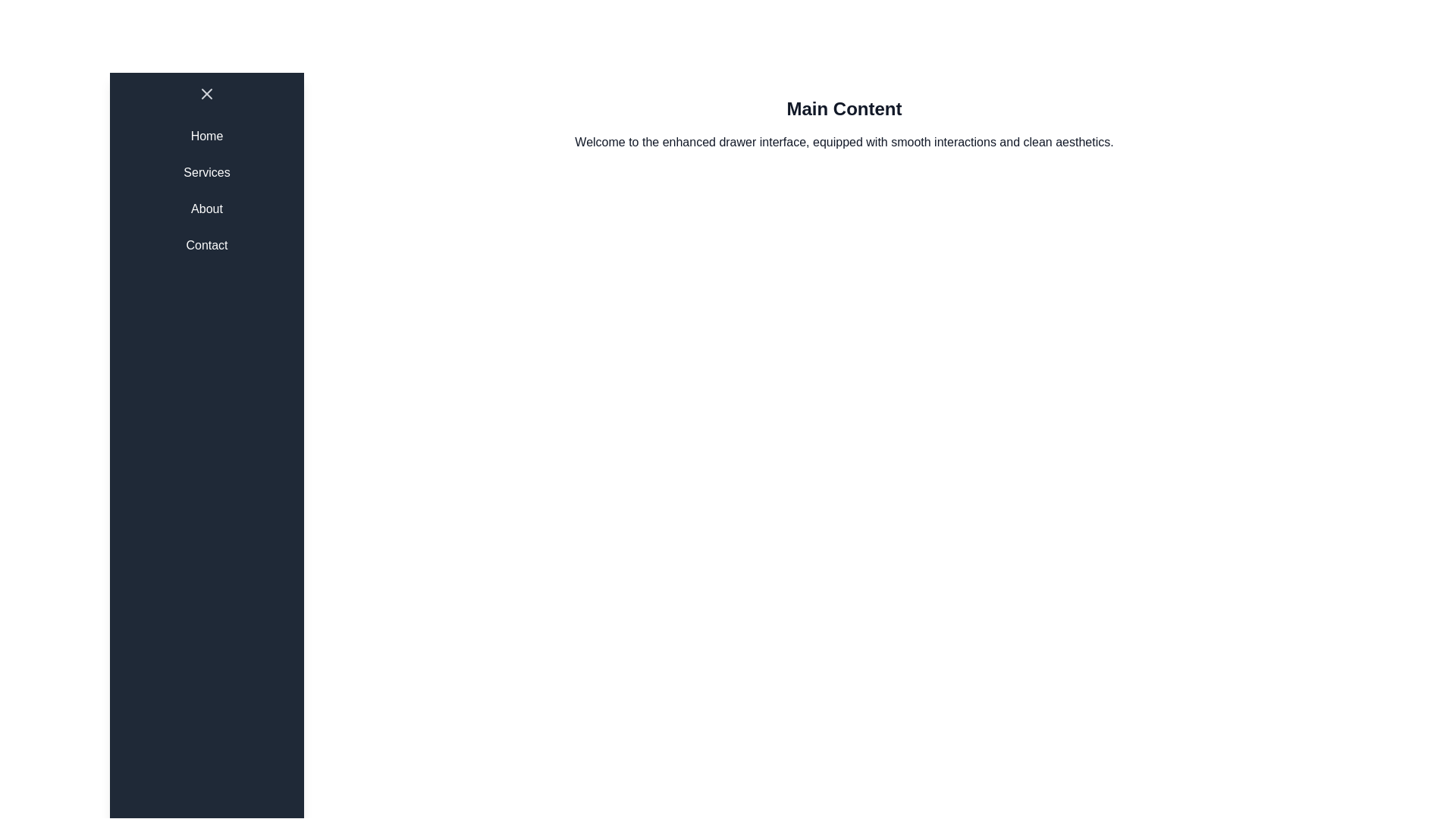  What do you see at coordinates (206, 93) in the screenshot?
I see `the menu close button` at bounding box center [206, 93].